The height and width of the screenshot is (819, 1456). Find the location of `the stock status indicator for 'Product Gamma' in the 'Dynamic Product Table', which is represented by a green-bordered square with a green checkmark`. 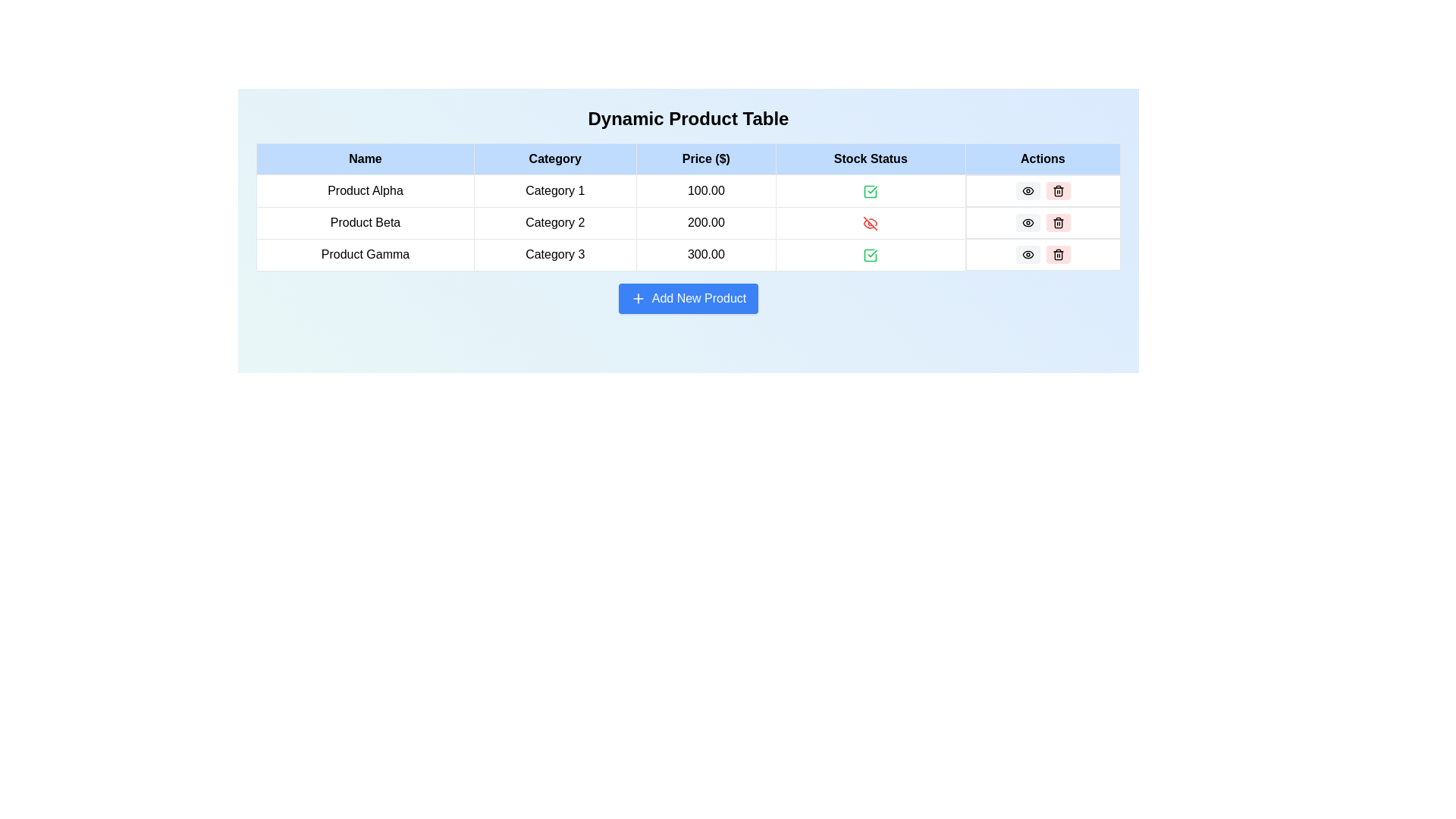

the stock status indicator for 'Product Gamma' in the 'Dynamic Product Table', which is represented by a green-bordered square with a green checkmark is located at coordinates (871, 253).